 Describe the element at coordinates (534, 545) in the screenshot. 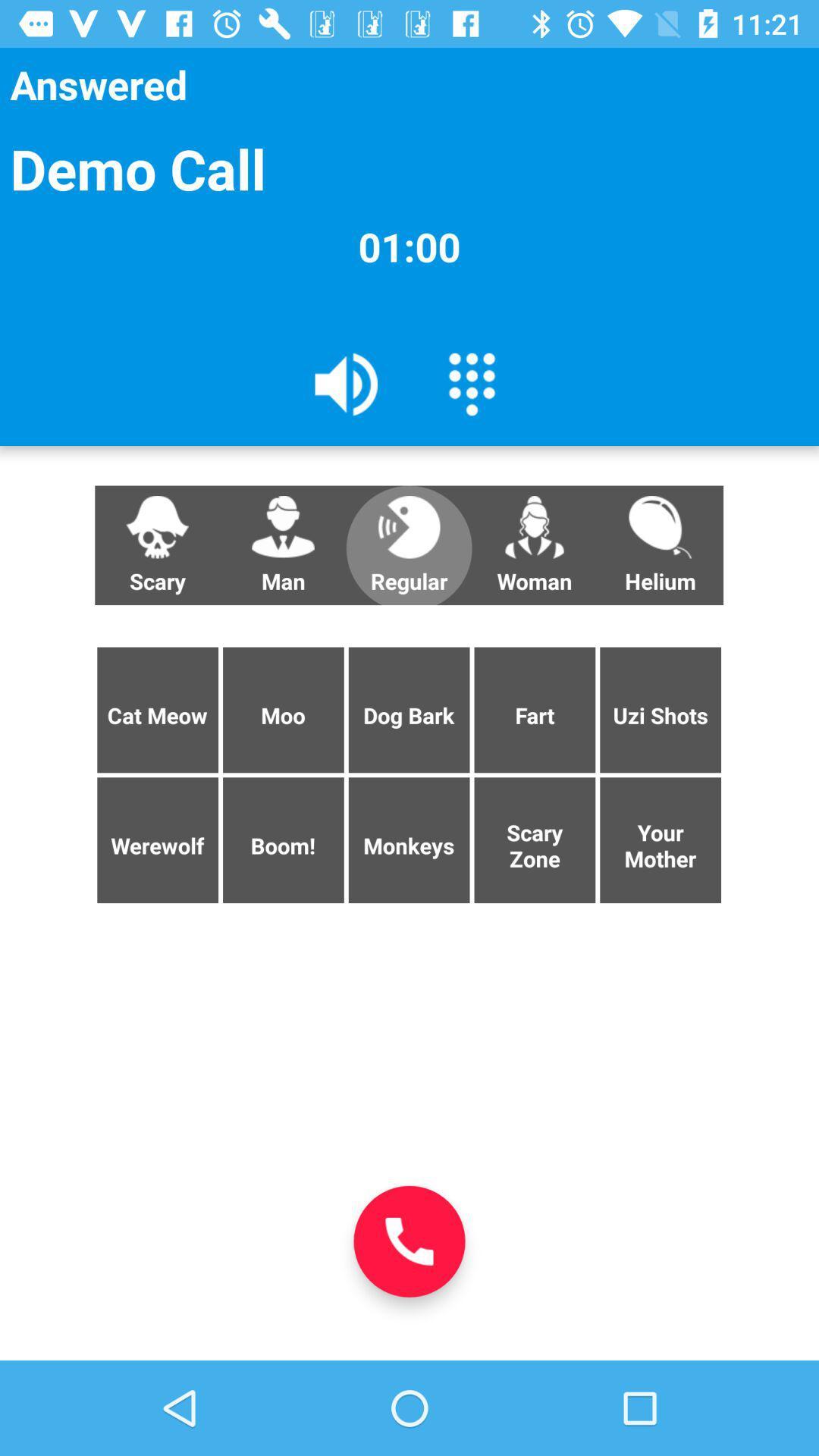

I see `item to the right of the regular button` at that location.